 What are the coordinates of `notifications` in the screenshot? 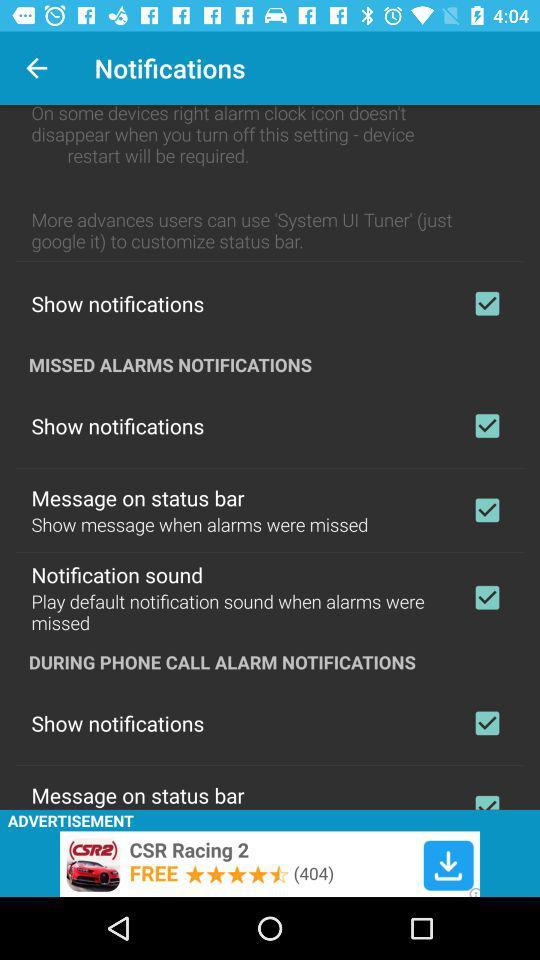 It's located at (486, 722).